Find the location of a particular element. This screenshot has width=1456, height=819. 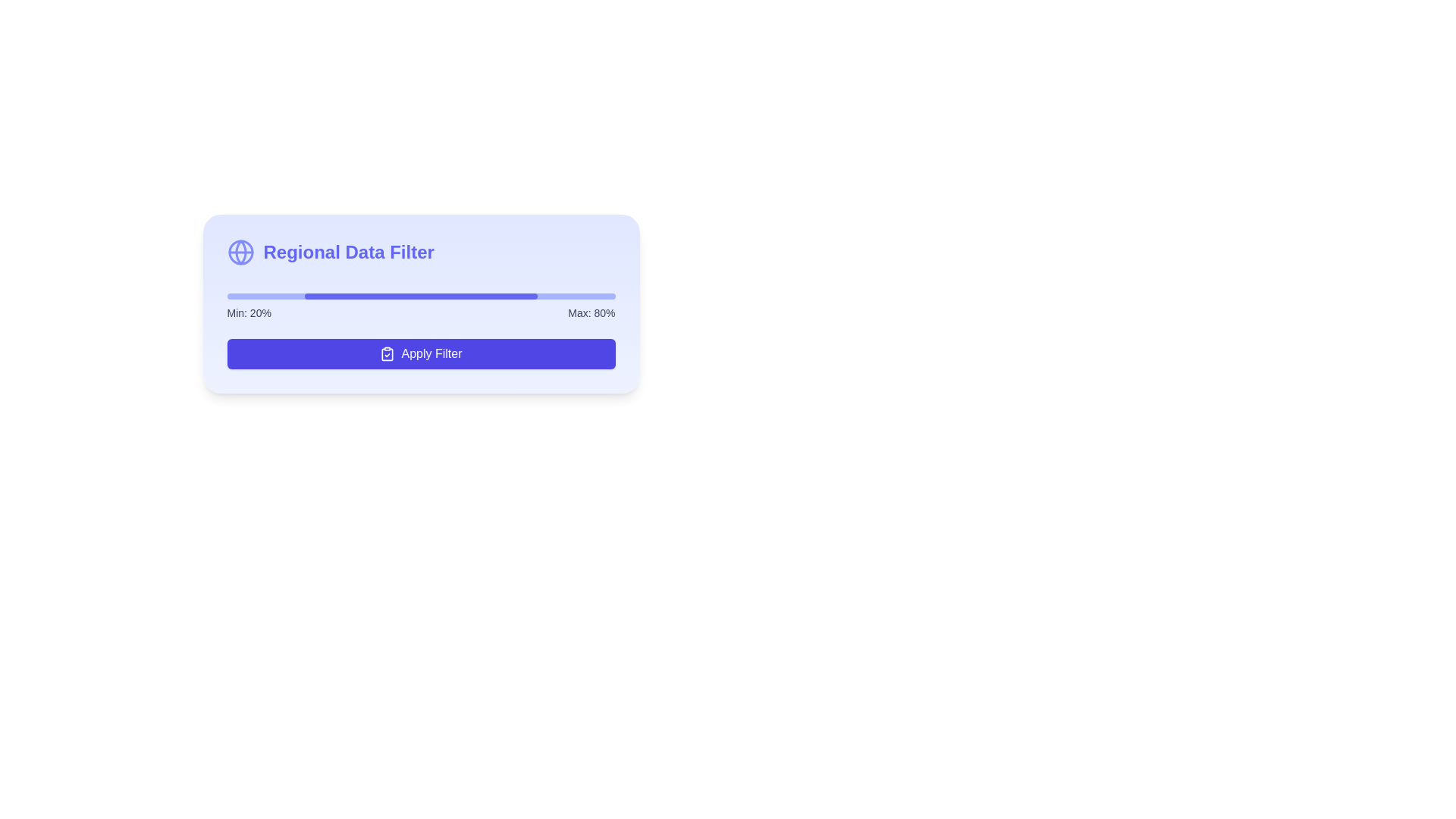

the slider is located at coordinates (494, 293).